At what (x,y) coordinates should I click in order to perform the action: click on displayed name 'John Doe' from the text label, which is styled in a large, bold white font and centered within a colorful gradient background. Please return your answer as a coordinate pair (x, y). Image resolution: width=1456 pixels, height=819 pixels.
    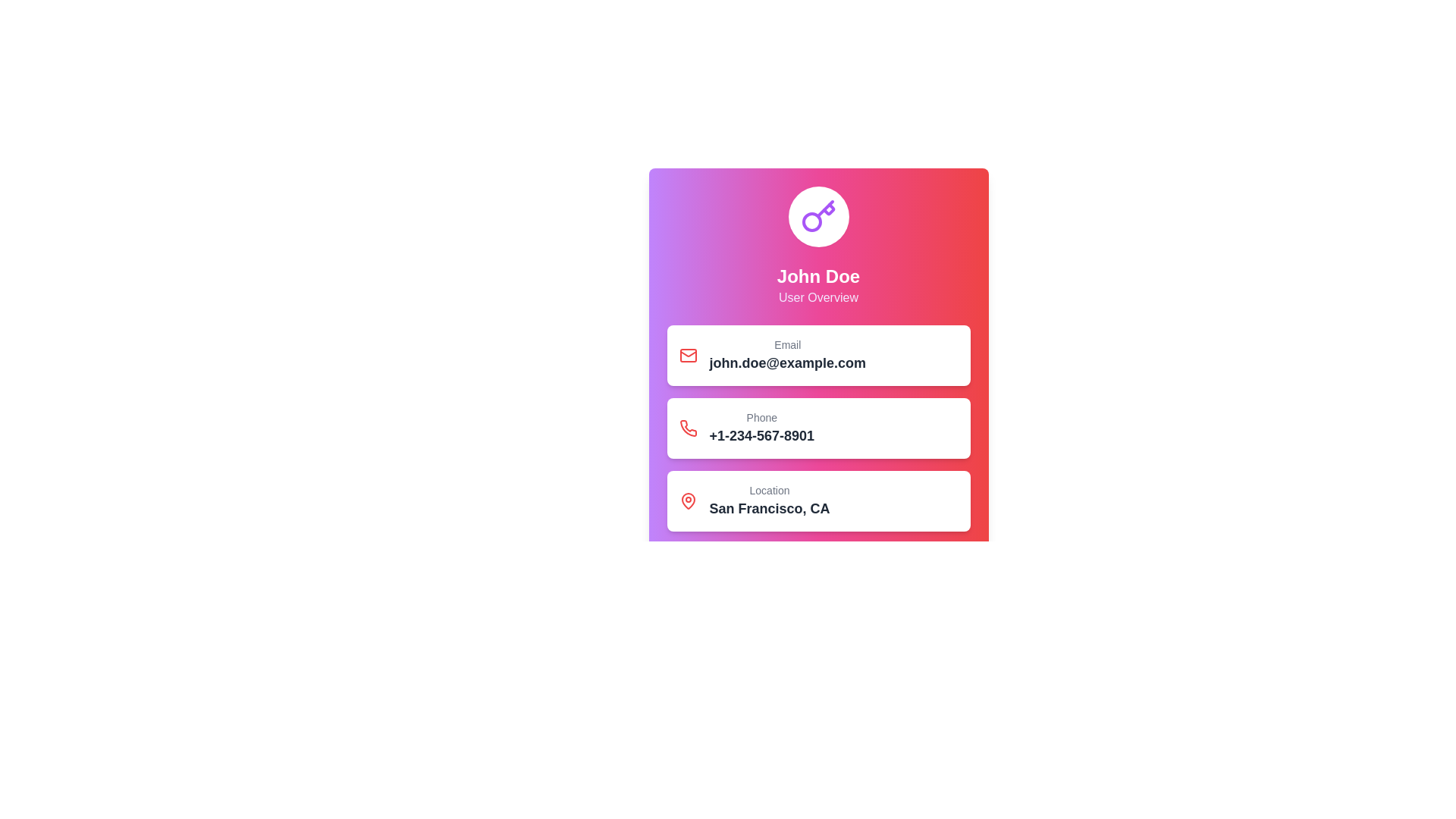
    Looking at the image, I should click on (817, 277).